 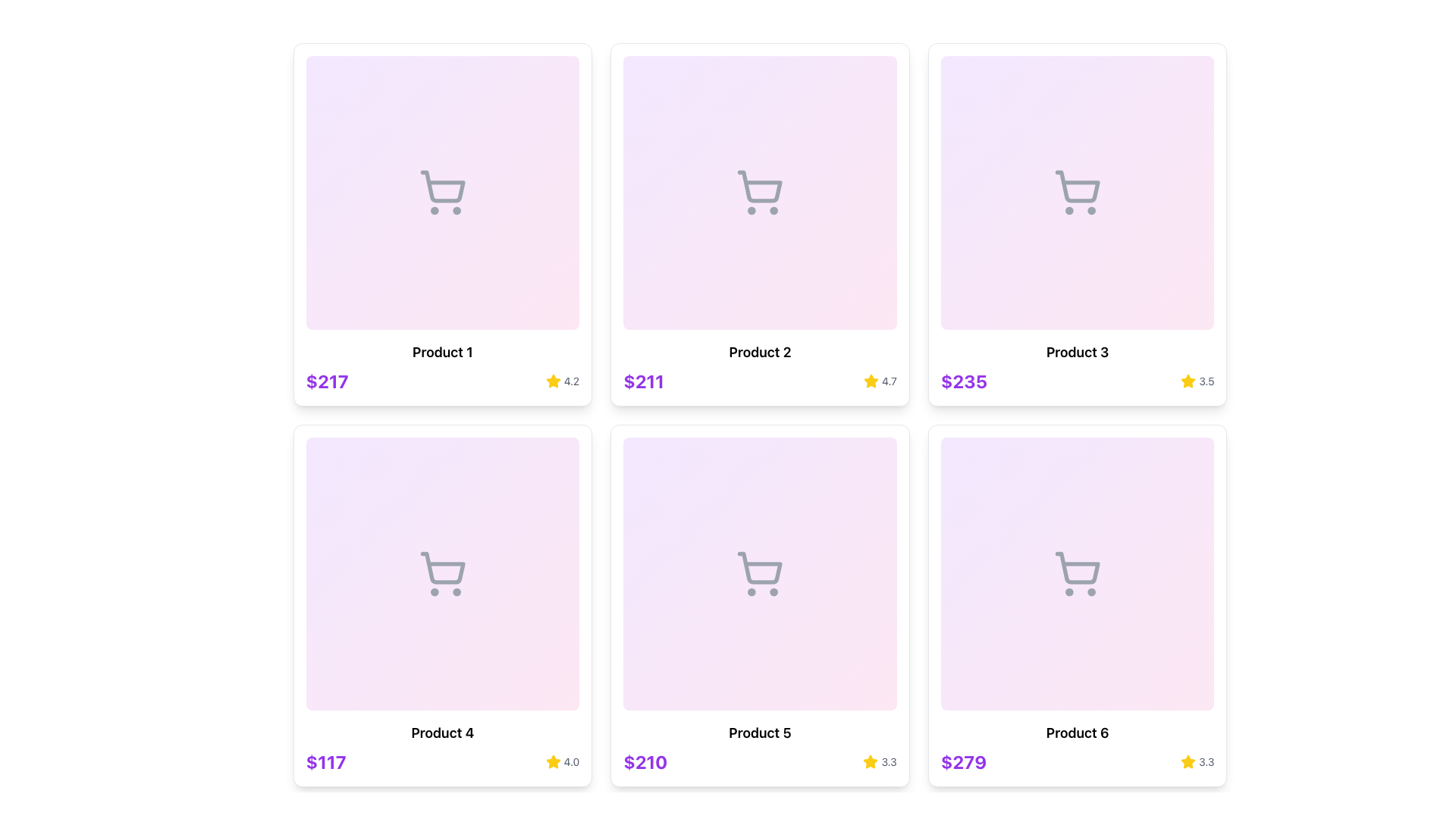 What do you see at coordinates (442, 568) in the screenshot?
I see `the basket part of the shopping cart icon, which is represented by gray vector strokes on a light pastel purple background` at bounding box center [442, 568].